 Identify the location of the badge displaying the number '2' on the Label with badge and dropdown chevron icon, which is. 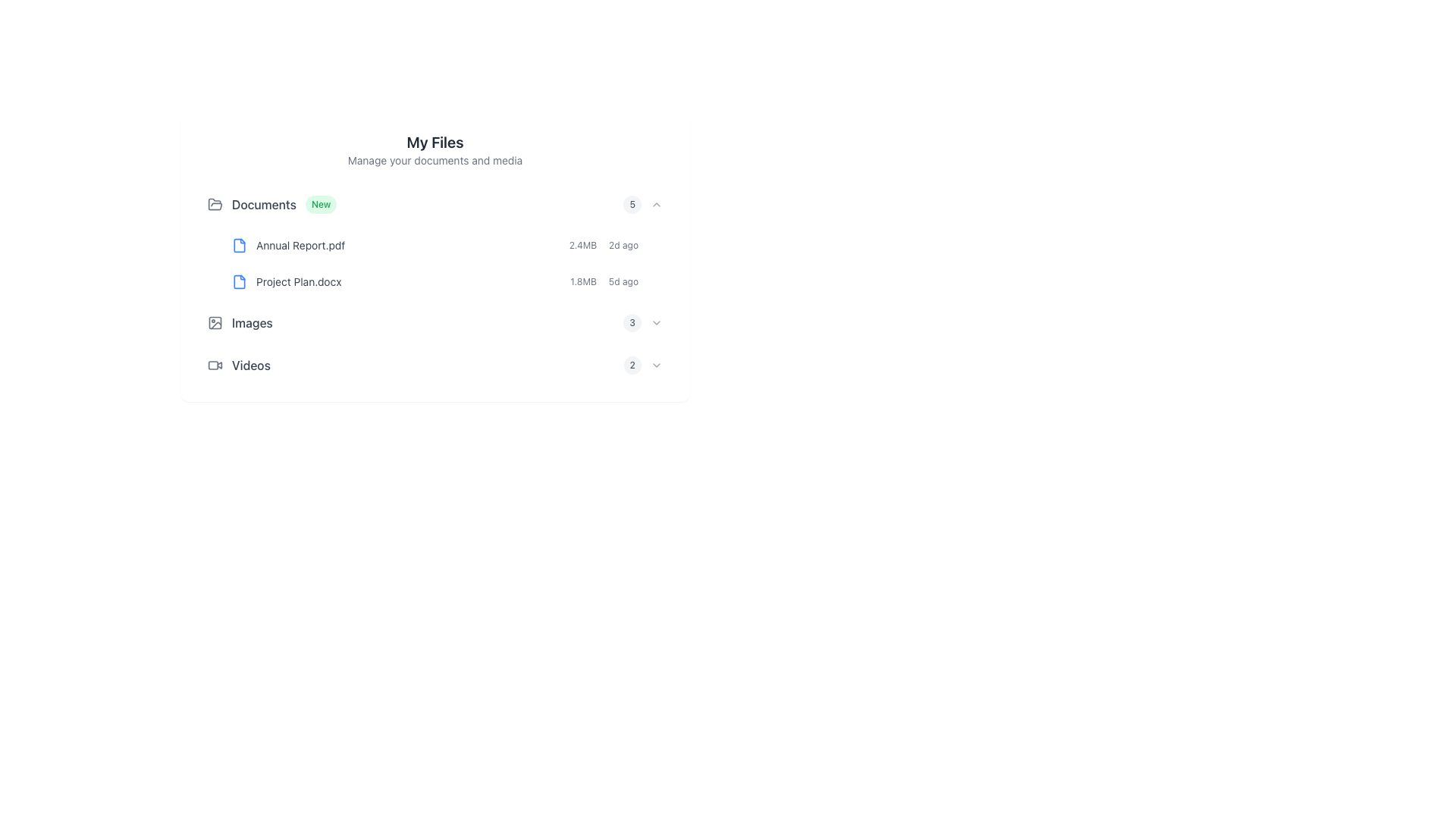
(643, 366).